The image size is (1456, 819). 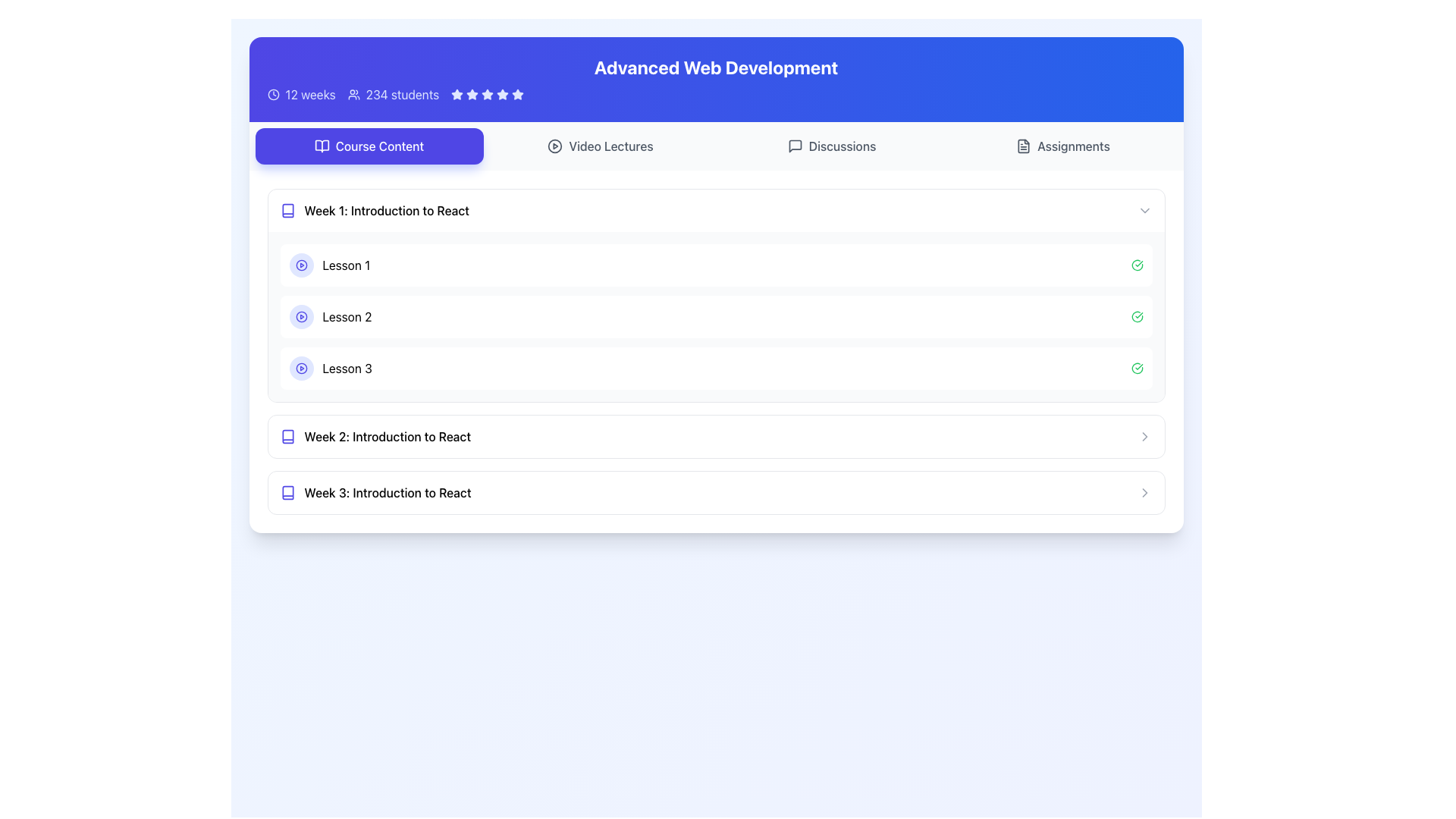 What do you see at coordinates (1137, 265) in the screenshot?
I see `the status indicator icon for 'Lesson 1' in the 'Week 1: Introduction to React' section to confirm completion` at bounding box center [1137, 265].